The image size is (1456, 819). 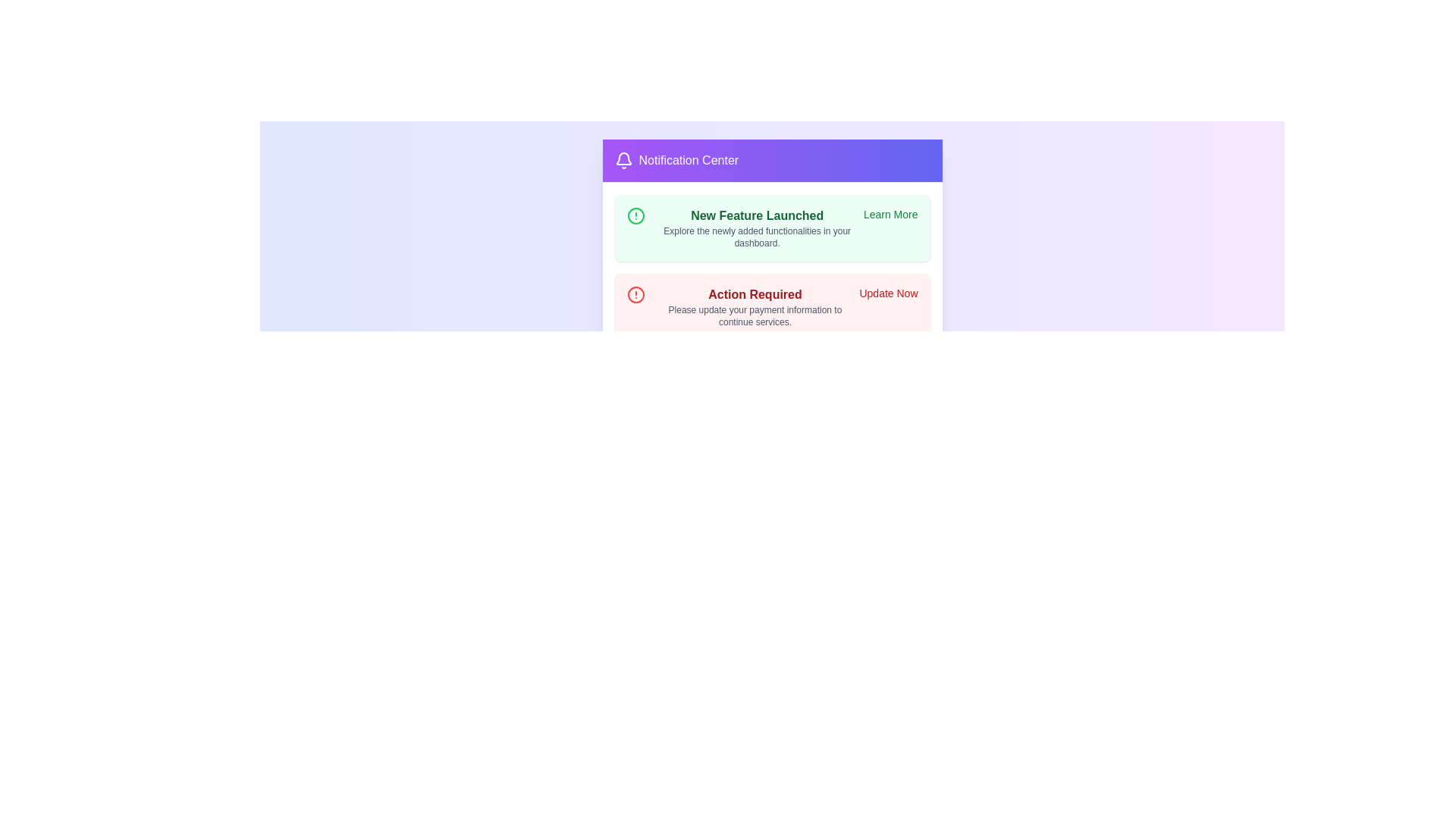 What do you see at coordinates (623, 158) in the screenshot?
I see `the notification icon located in the top-left corner of the notification header area within the 'Notification Center' banner` at bounding box center [623, 158].